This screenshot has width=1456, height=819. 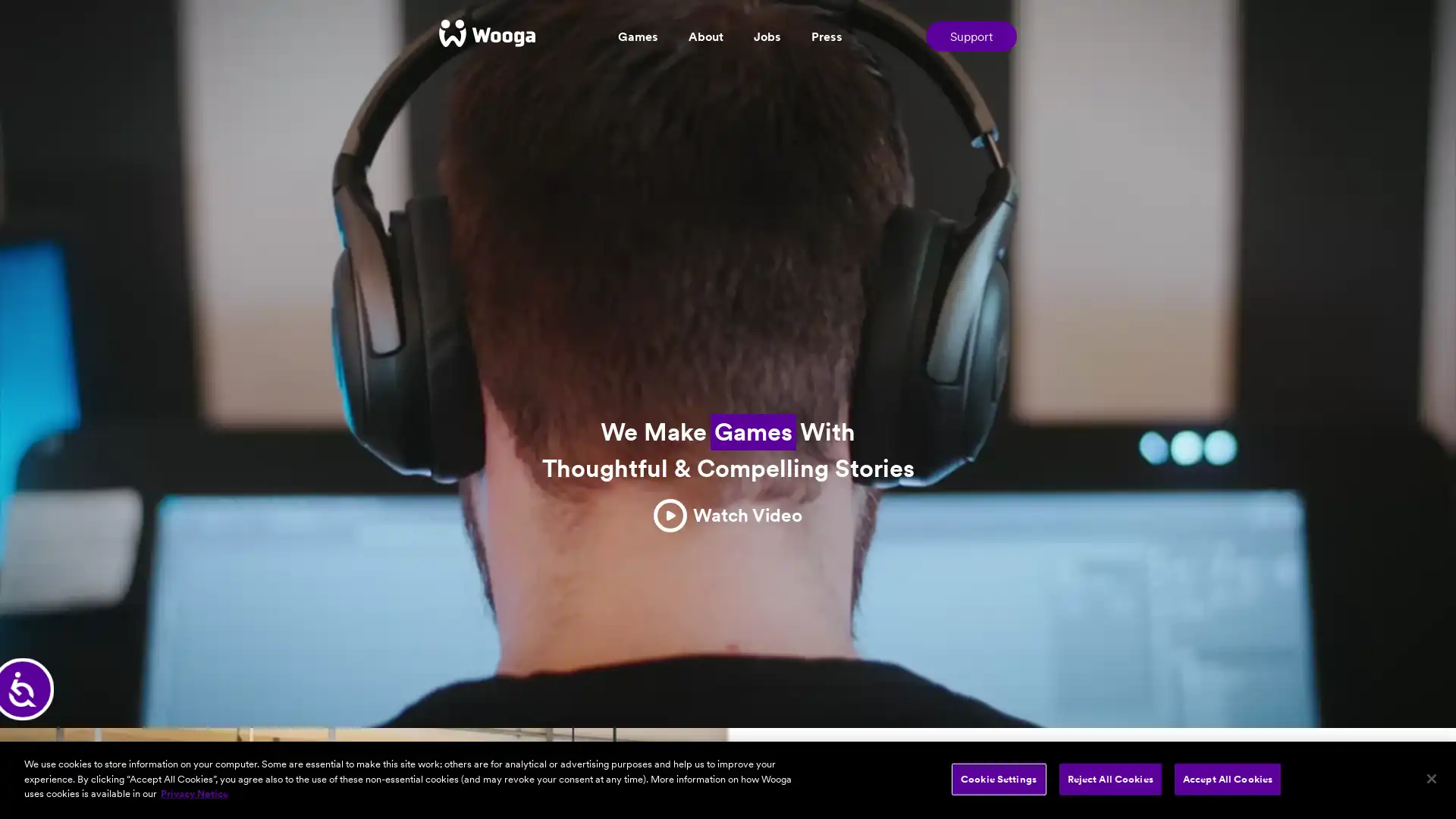 What do you see at coordinates (998, 778) in the screenshot?
I see `Cookie Settings` at bounding box center [998, 778].